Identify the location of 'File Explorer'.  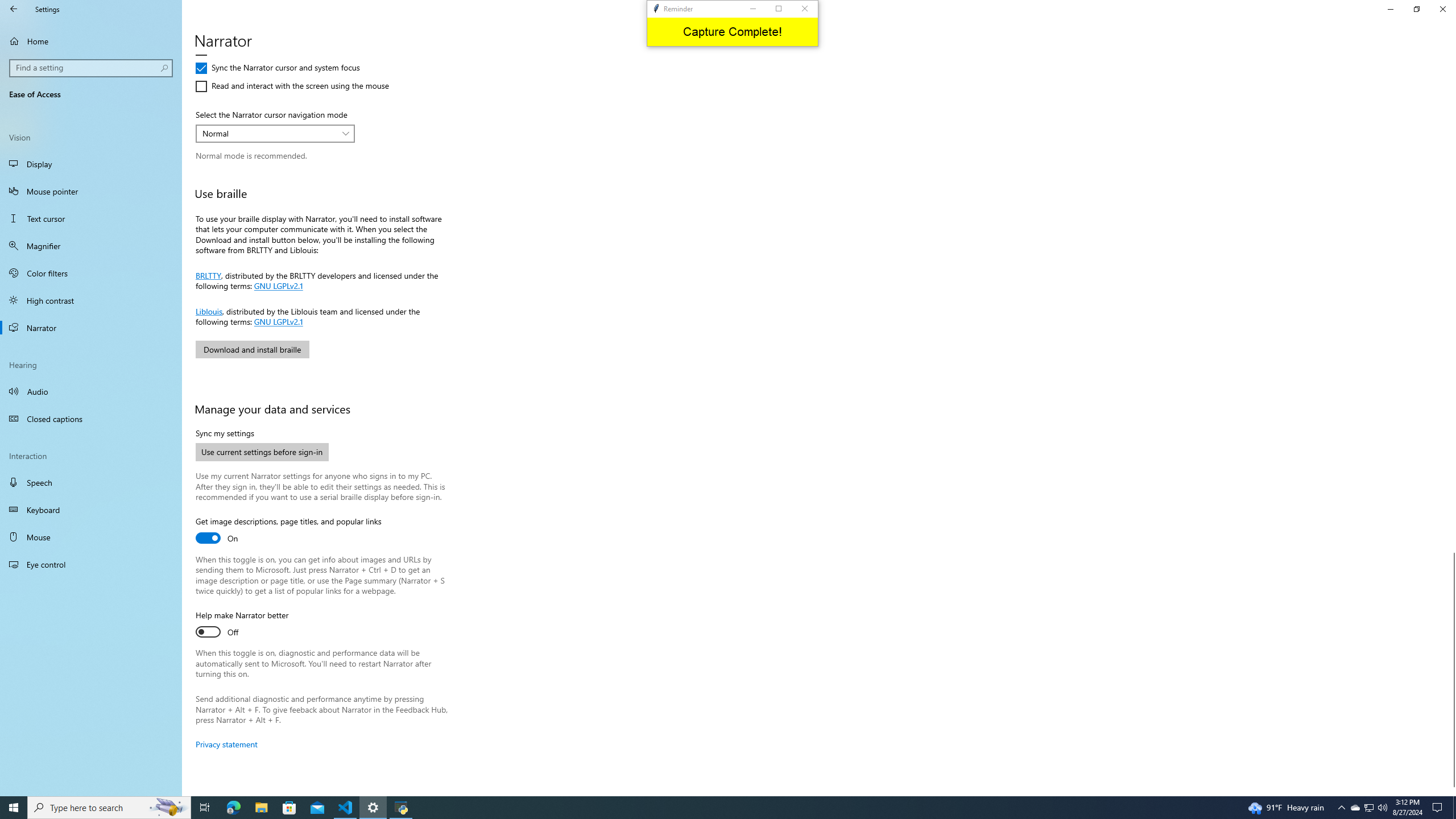
(260, 806).